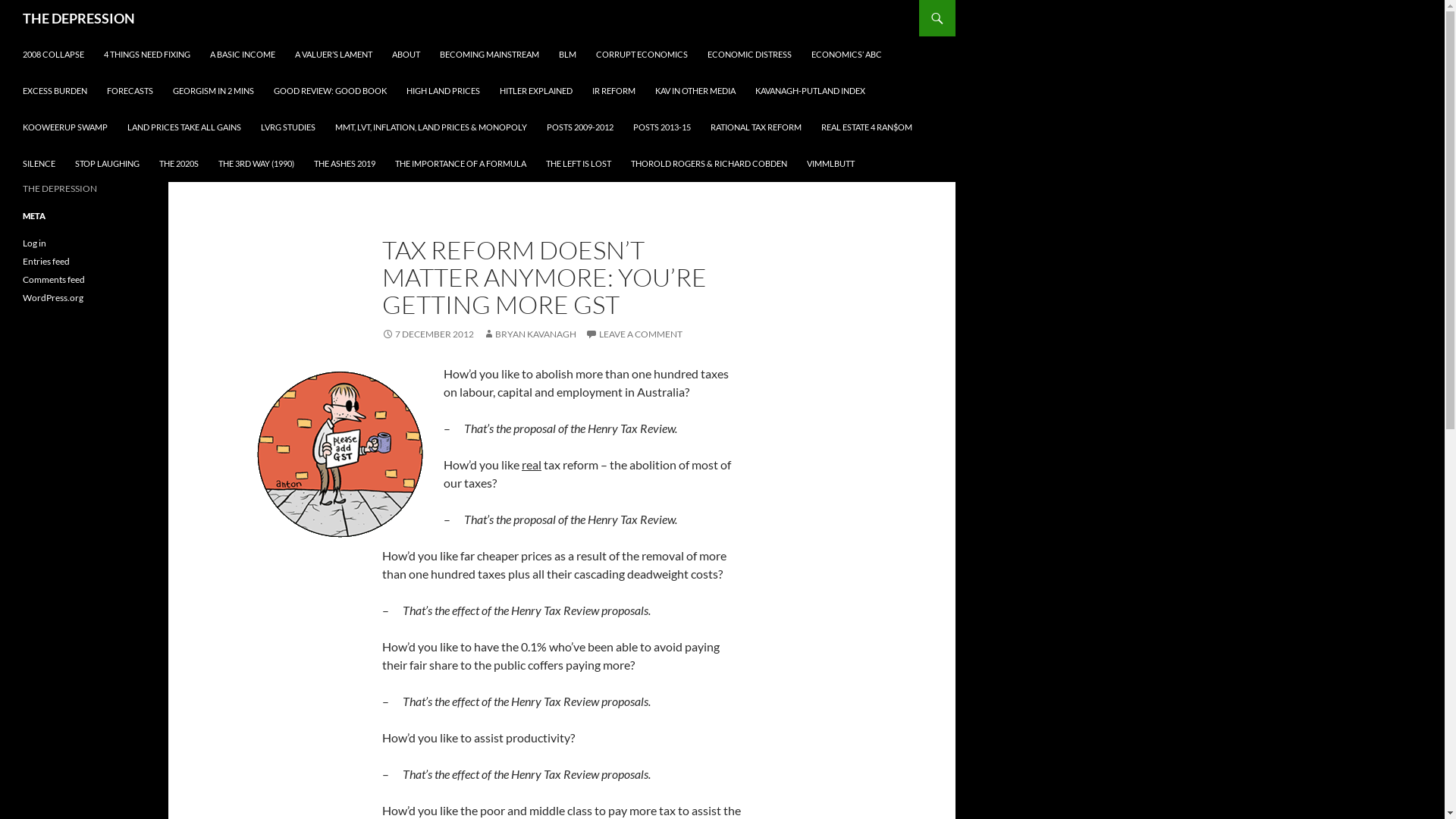  Describe the element at coordinates (708, 164) in the screenshot. I see `'THOROLD ROGERS & RICHARD COBDEN'` at that location.